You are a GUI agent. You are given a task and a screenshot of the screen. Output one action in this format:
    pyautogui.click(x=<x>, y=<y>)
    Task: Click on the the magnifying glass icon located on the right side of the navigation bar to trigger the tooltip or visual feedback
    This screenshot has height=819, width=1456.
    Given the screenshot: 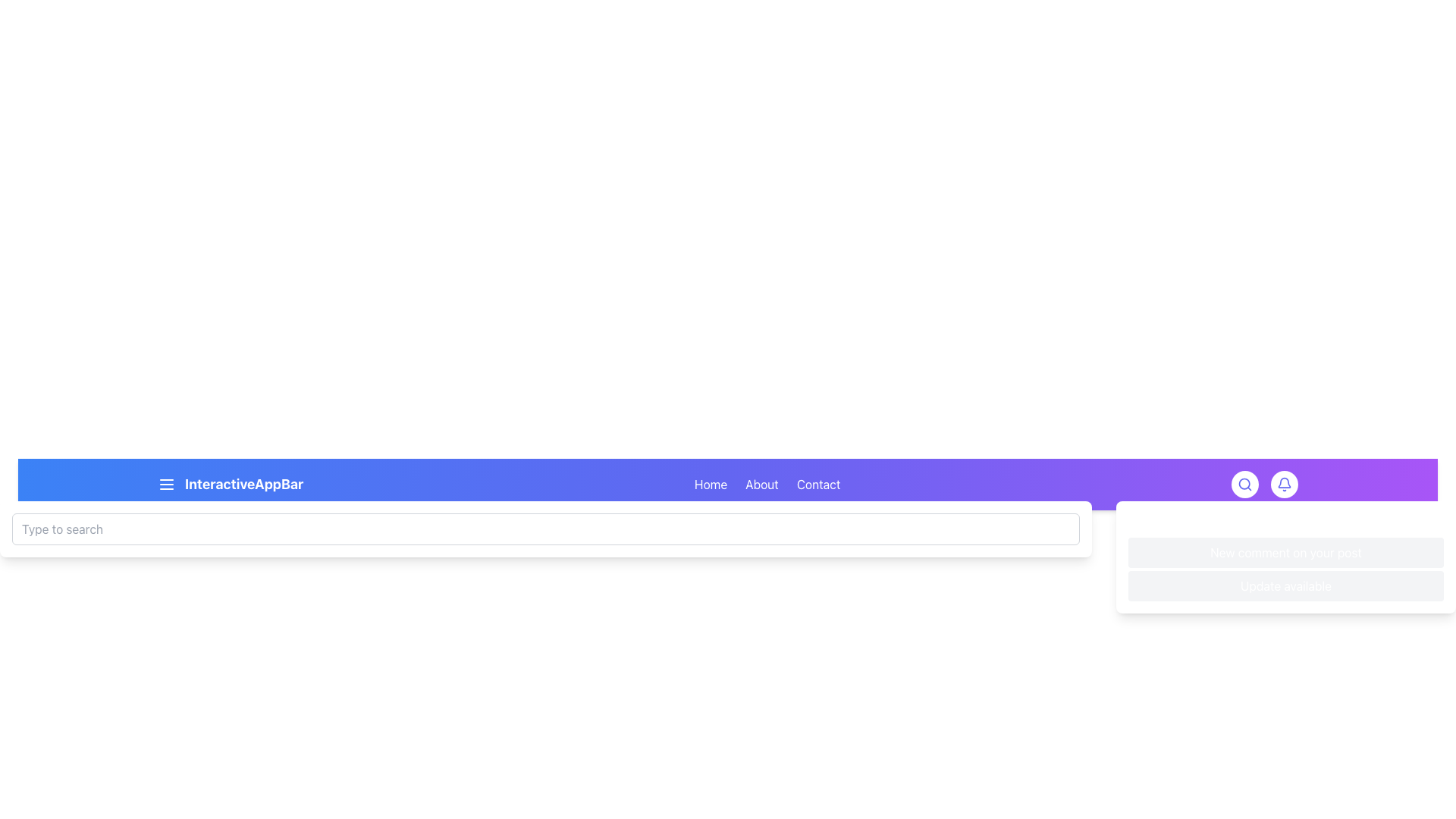 What is the action you would take?
    pyautogui.click(x=1244, y=485)
    